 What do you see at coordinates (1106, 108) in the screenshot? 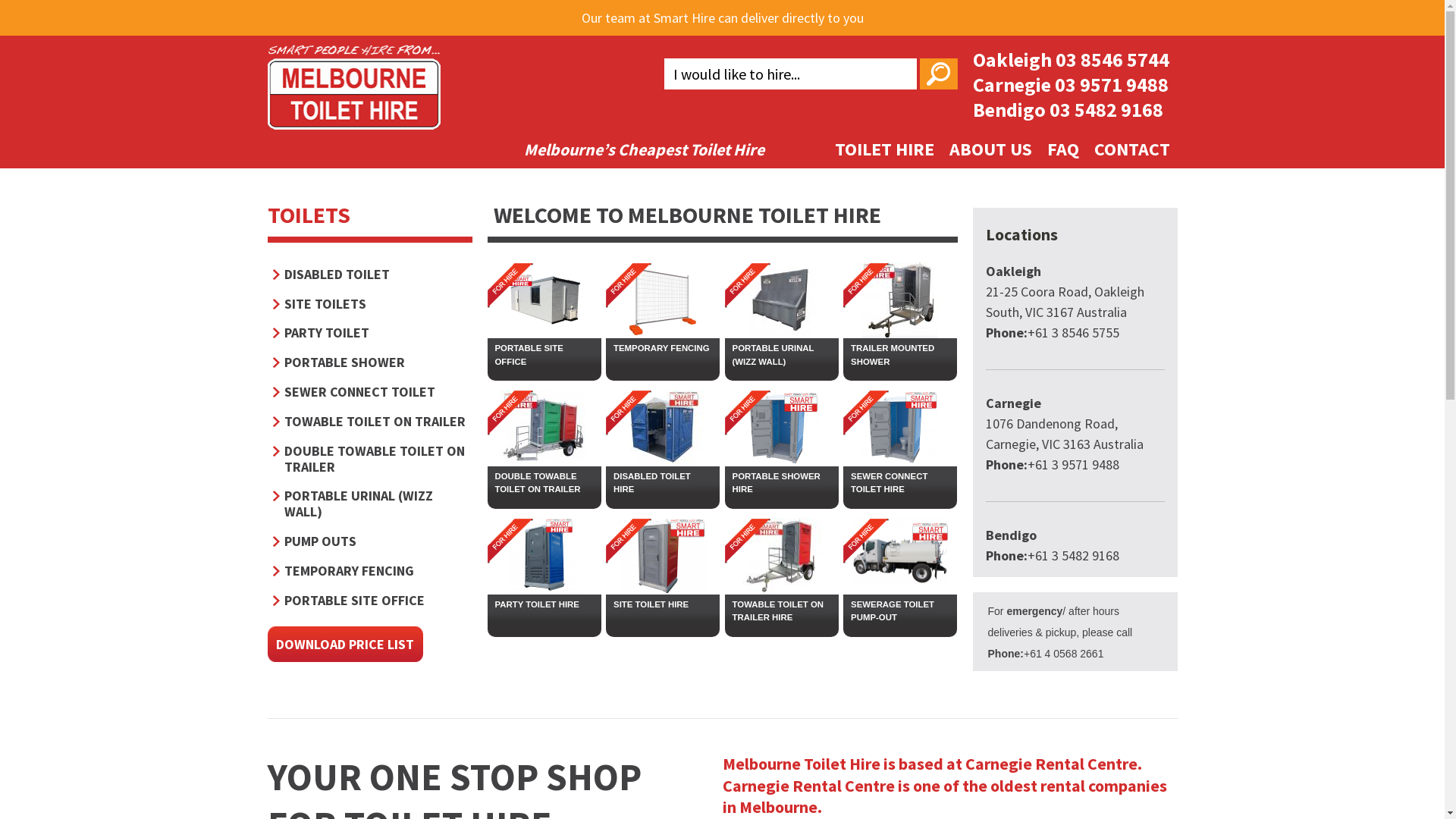
I see `'03 5482 9168'` at bounding box center [1106, 108].